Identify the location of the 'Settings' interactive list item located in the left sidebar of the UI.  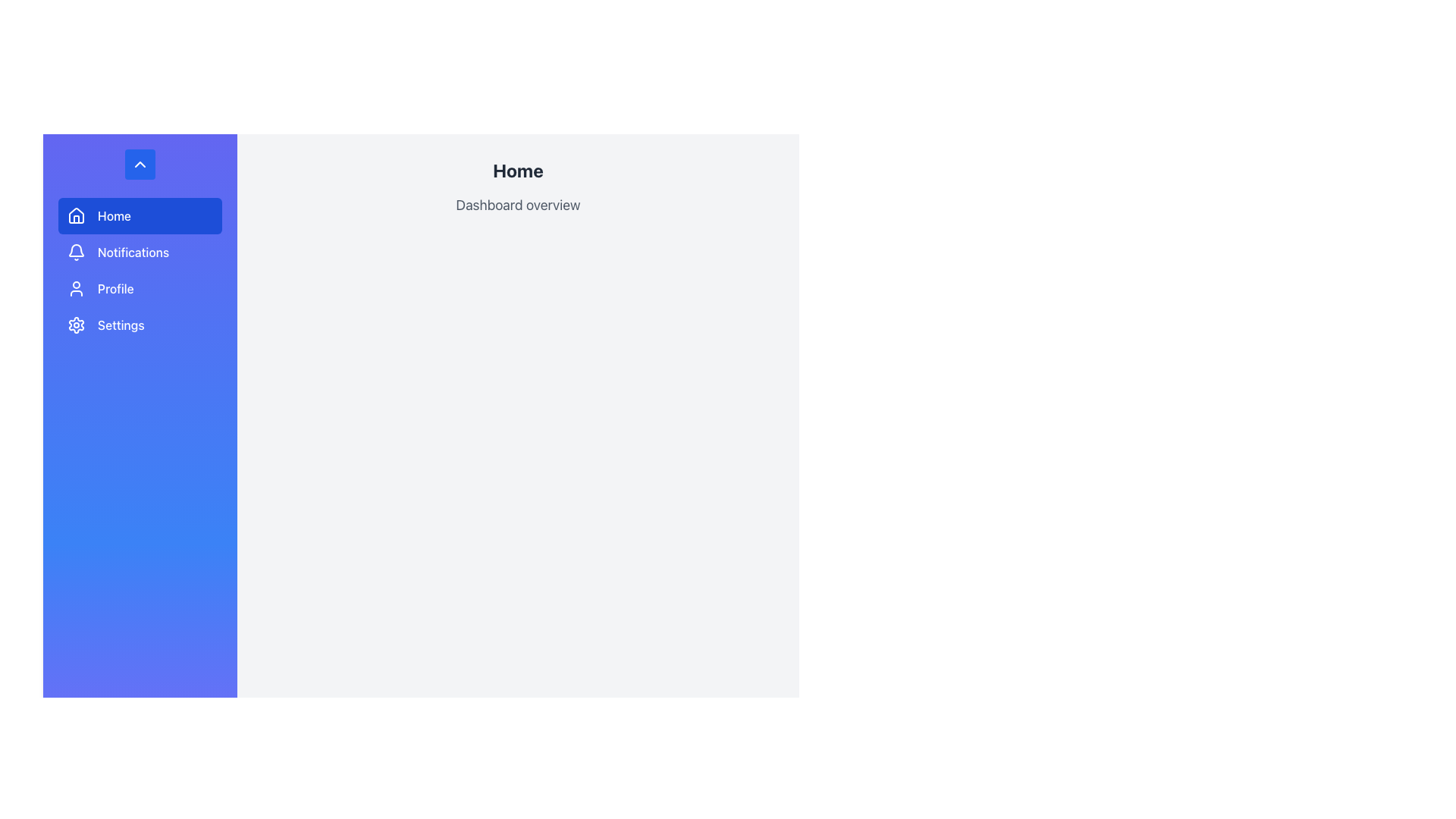
(140, 324).